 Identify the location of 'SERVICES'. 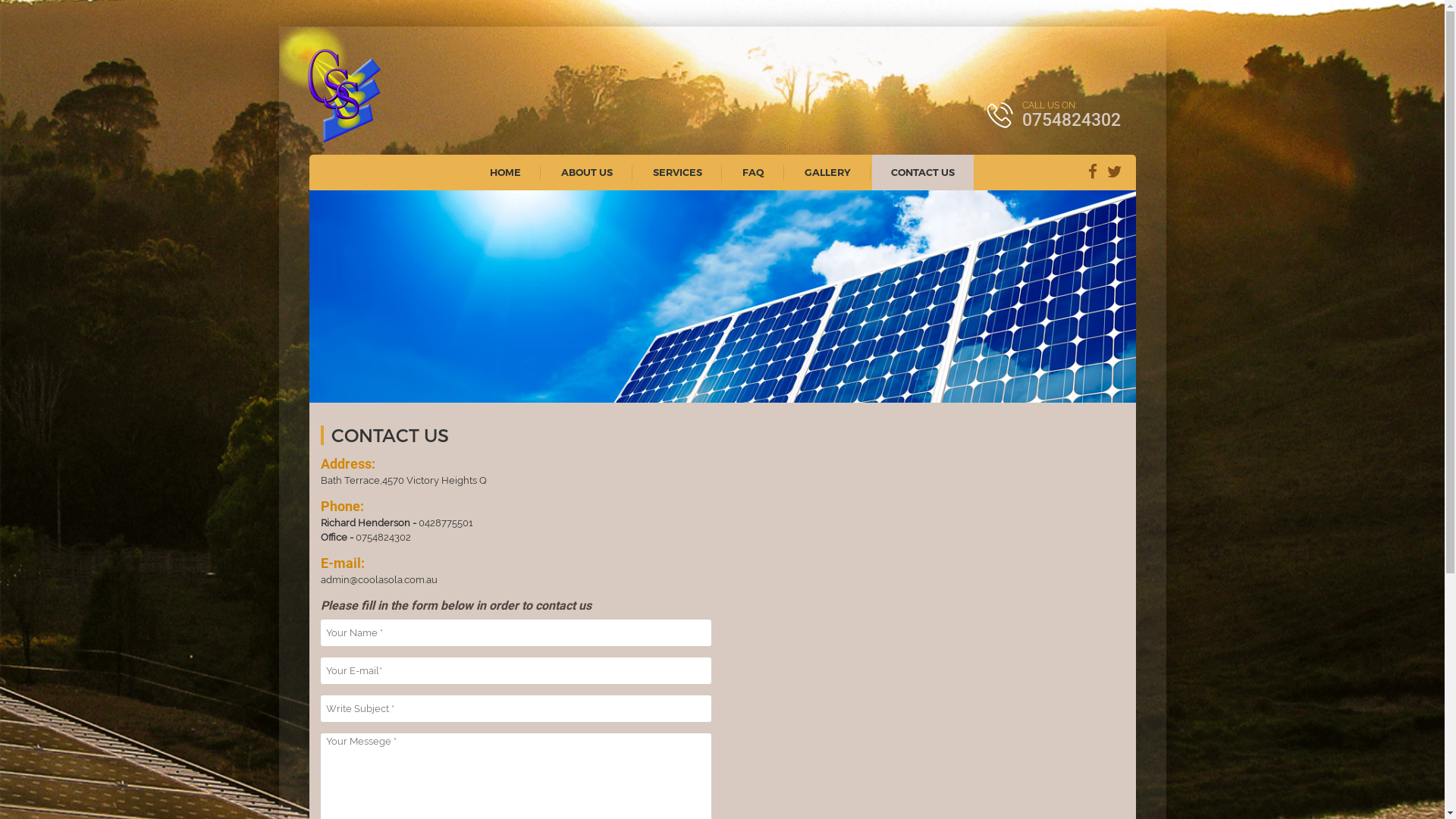
(633, 171).